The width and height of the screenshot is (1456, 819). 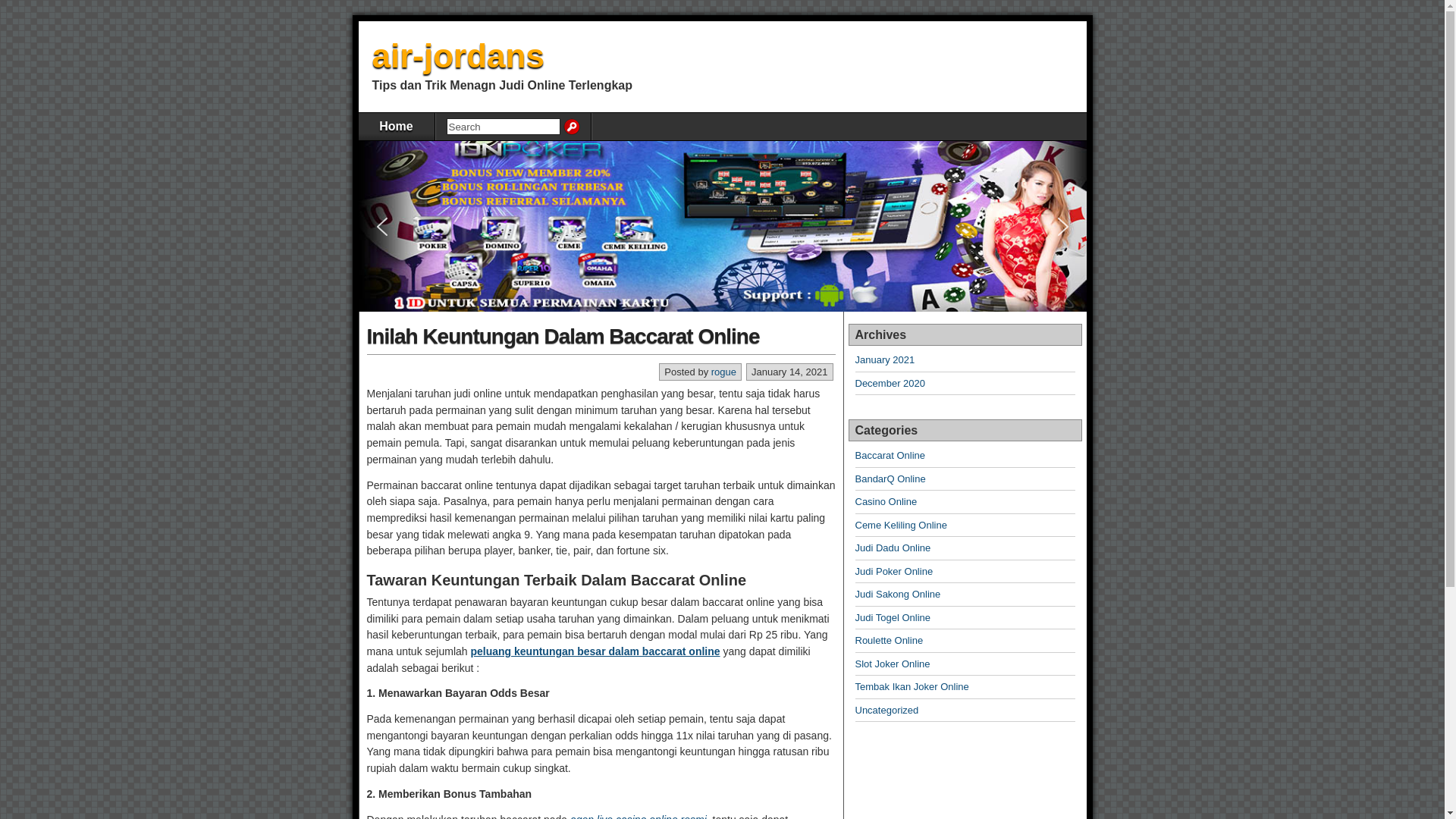 What do you see at coordinates (855, 524) in the screenshot?
I see `'Ceme Keliling Online'` at bounding box center [855, 524].